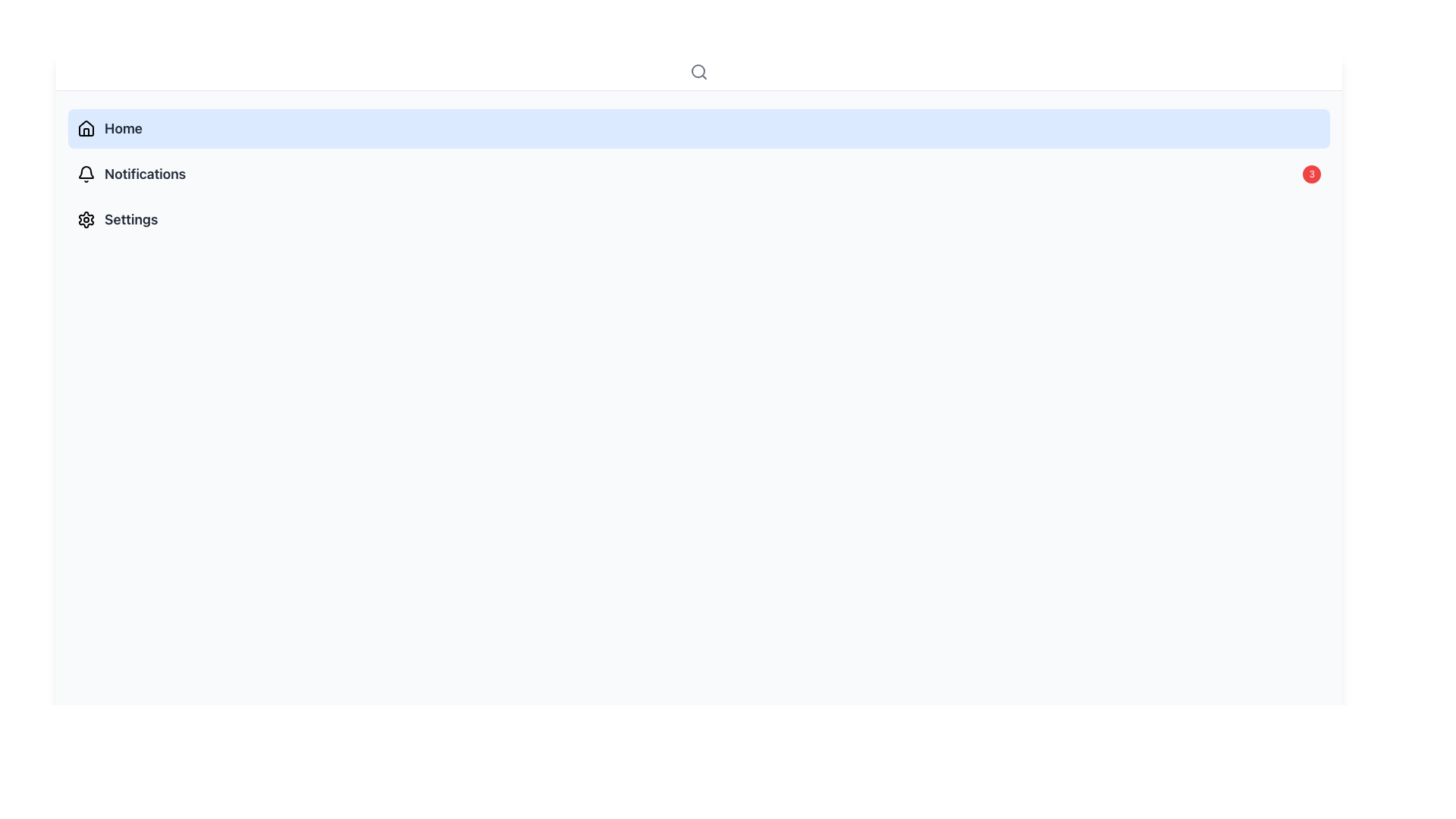 The image size is (1456, 819). I want to click on the gray circular component of the magnifying glass icon located in the top-right corner of the interface, so click(698, 71).